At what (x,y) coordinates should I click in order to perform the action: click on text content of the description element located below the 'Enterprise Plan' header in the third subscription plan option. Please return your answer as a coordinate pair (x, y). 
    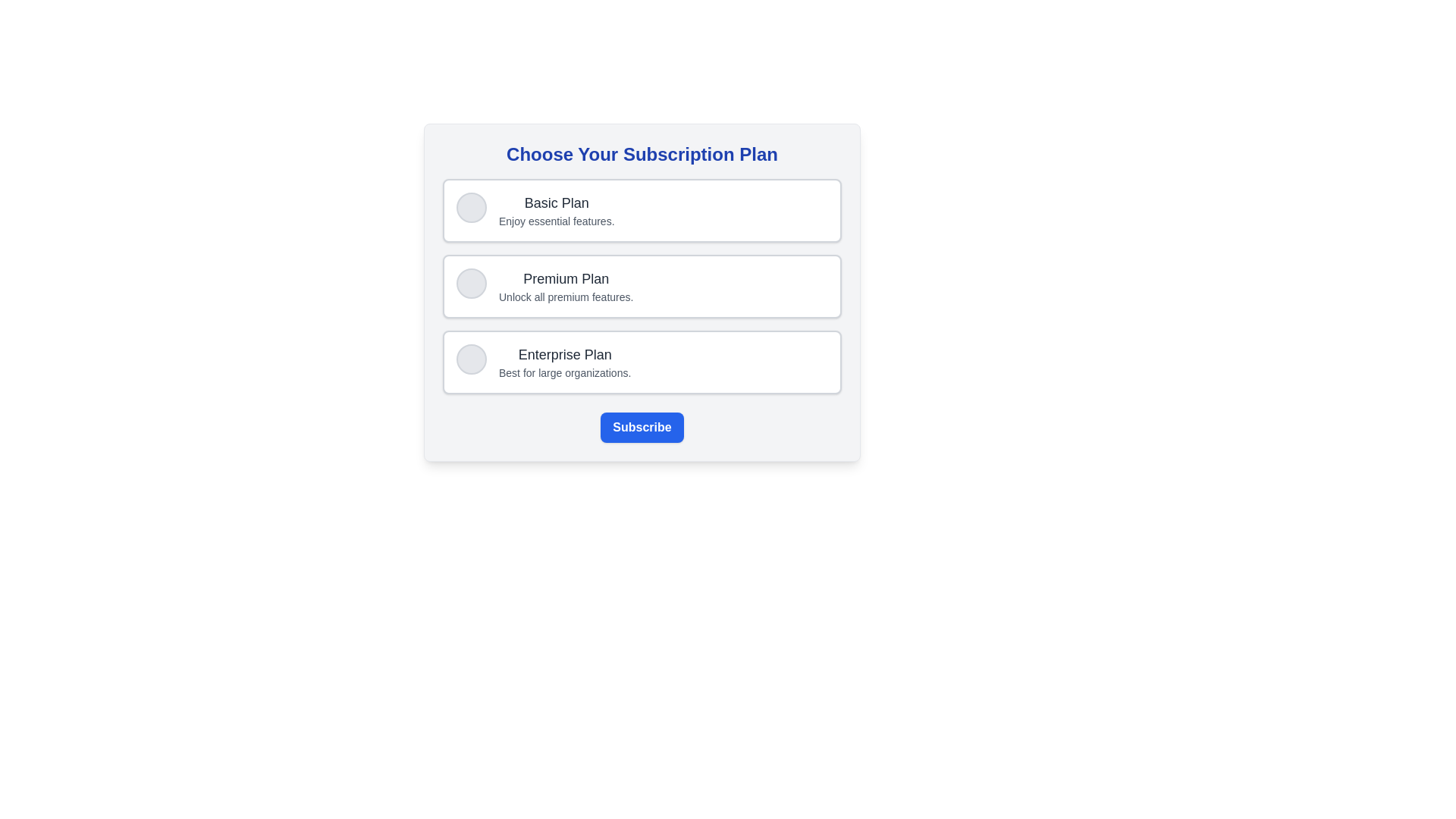
    Looking at the image, I should click on (564, 373).